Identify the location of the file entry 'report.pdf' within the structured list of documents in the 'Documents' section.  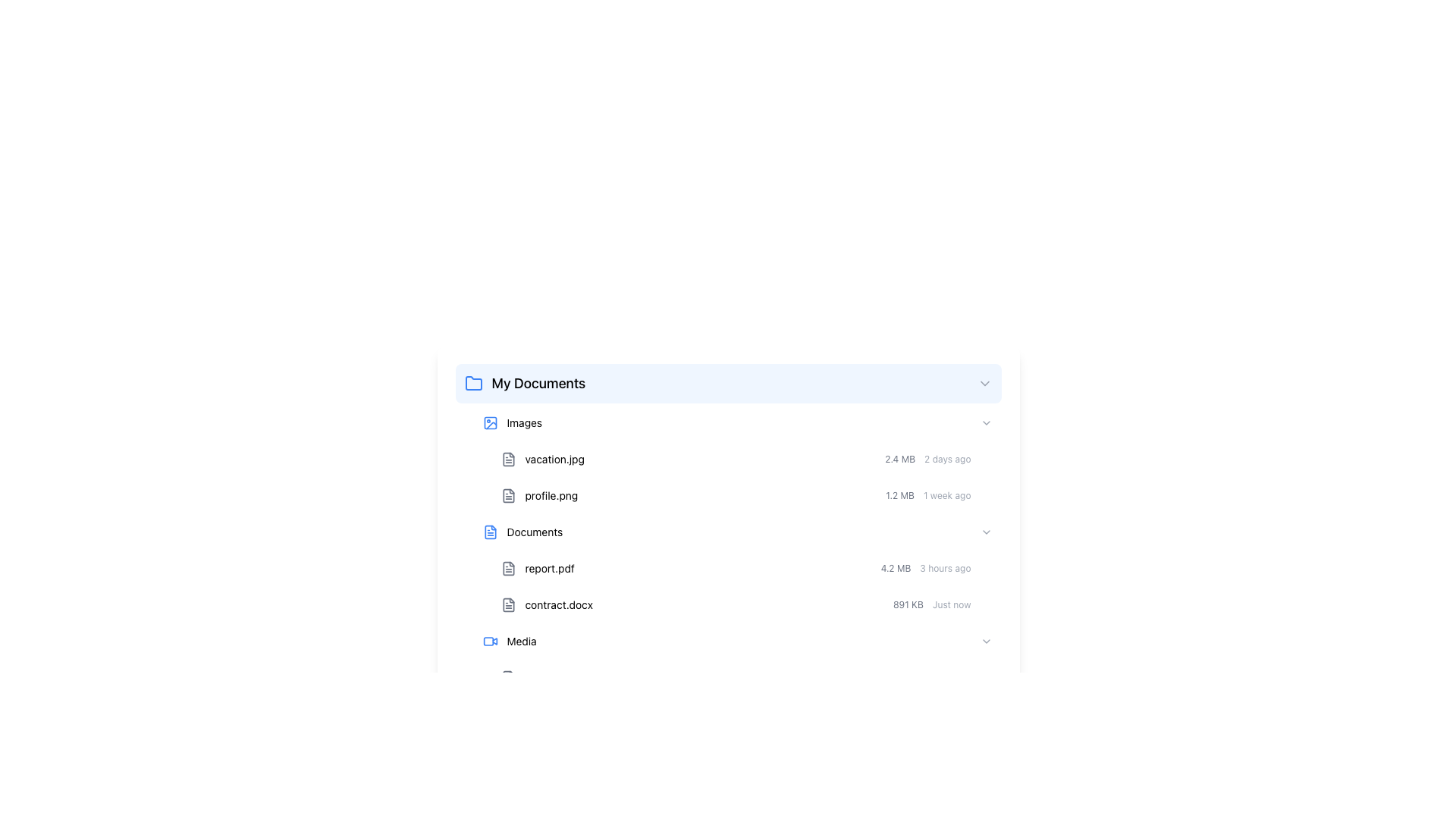
(737, 568).